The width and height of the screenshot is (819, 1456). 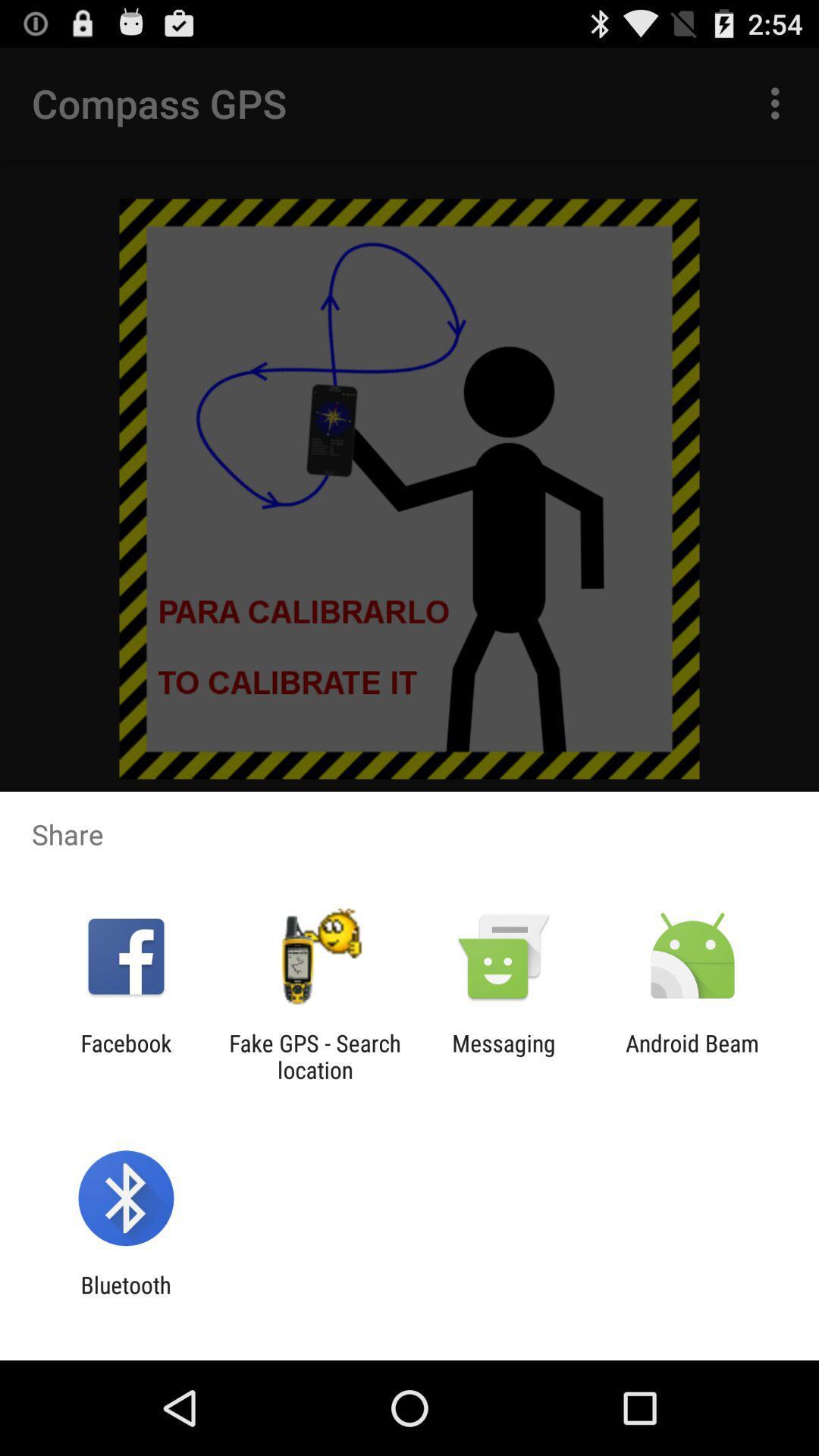 What do you see at coordinates (692, 1056) in the screenshot?
I see `the android beam at the bottom right corner` at bounding box center [692, 1056].